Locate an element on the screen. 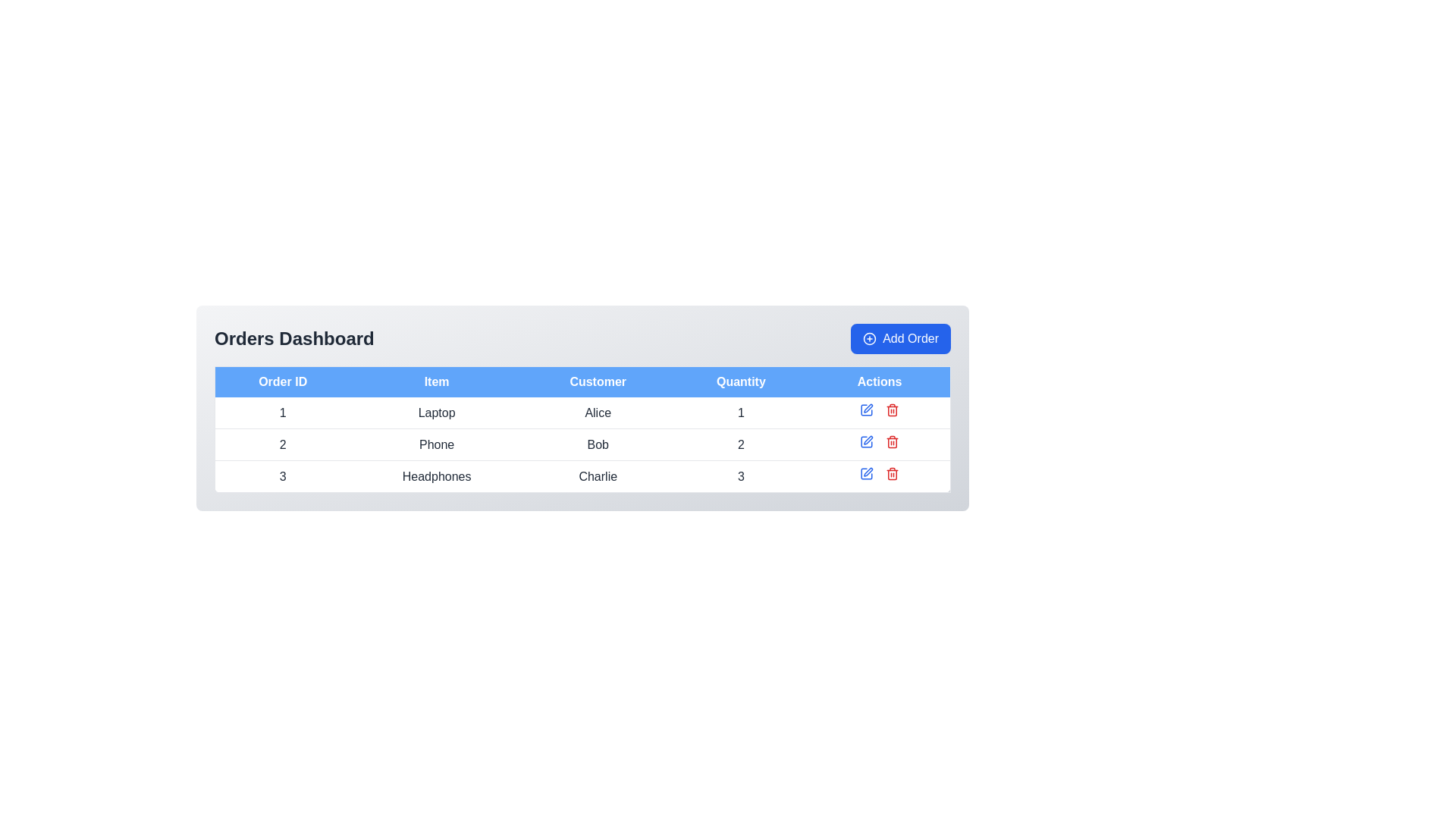 This screenshot has height=819, width=1456. the delete button located in the third row and last column of the table is located at coordinates (893, 409).